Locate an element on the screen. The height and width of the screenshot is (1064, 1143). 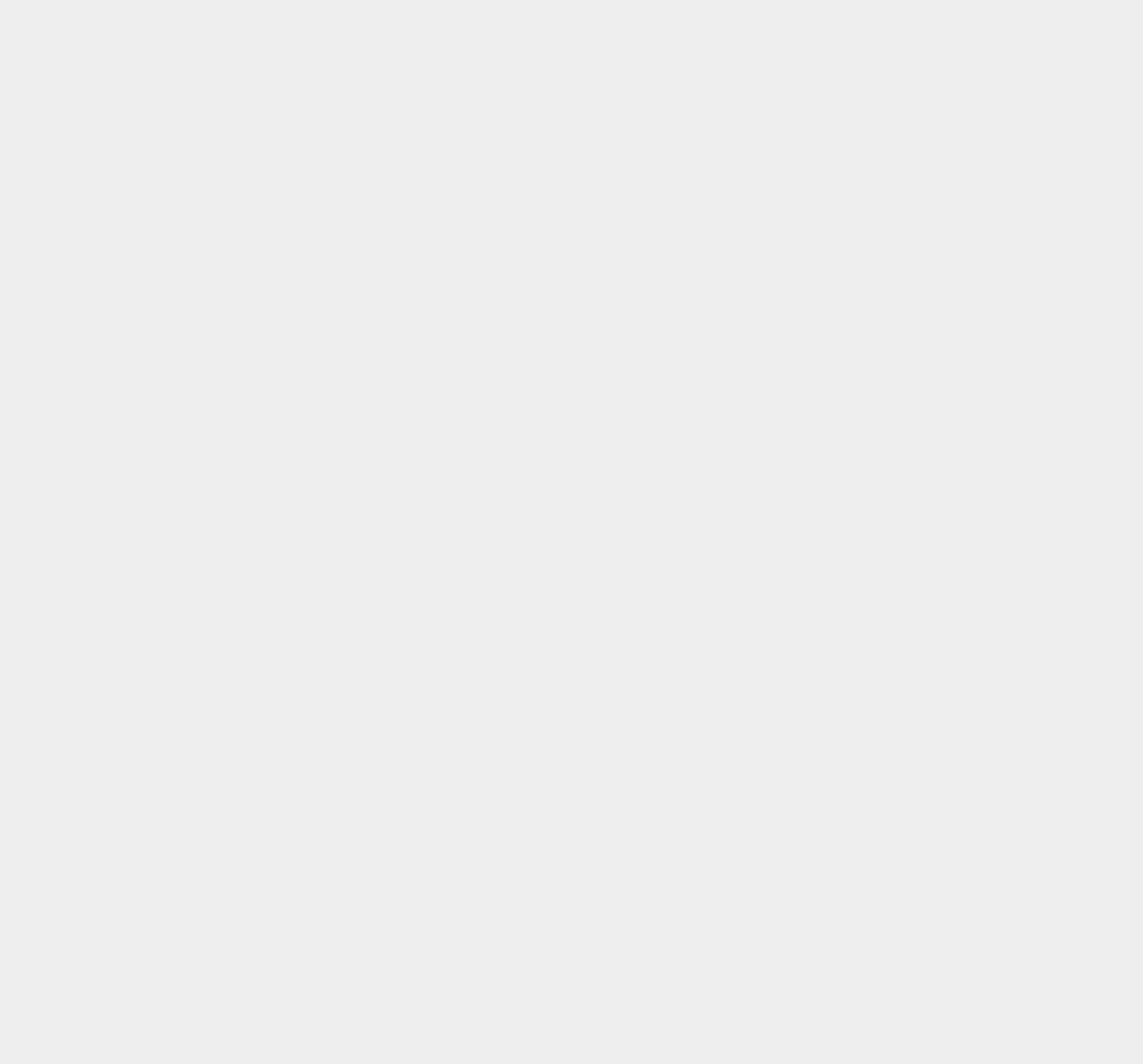
'Logitech' is located at coordinates (833, 506).